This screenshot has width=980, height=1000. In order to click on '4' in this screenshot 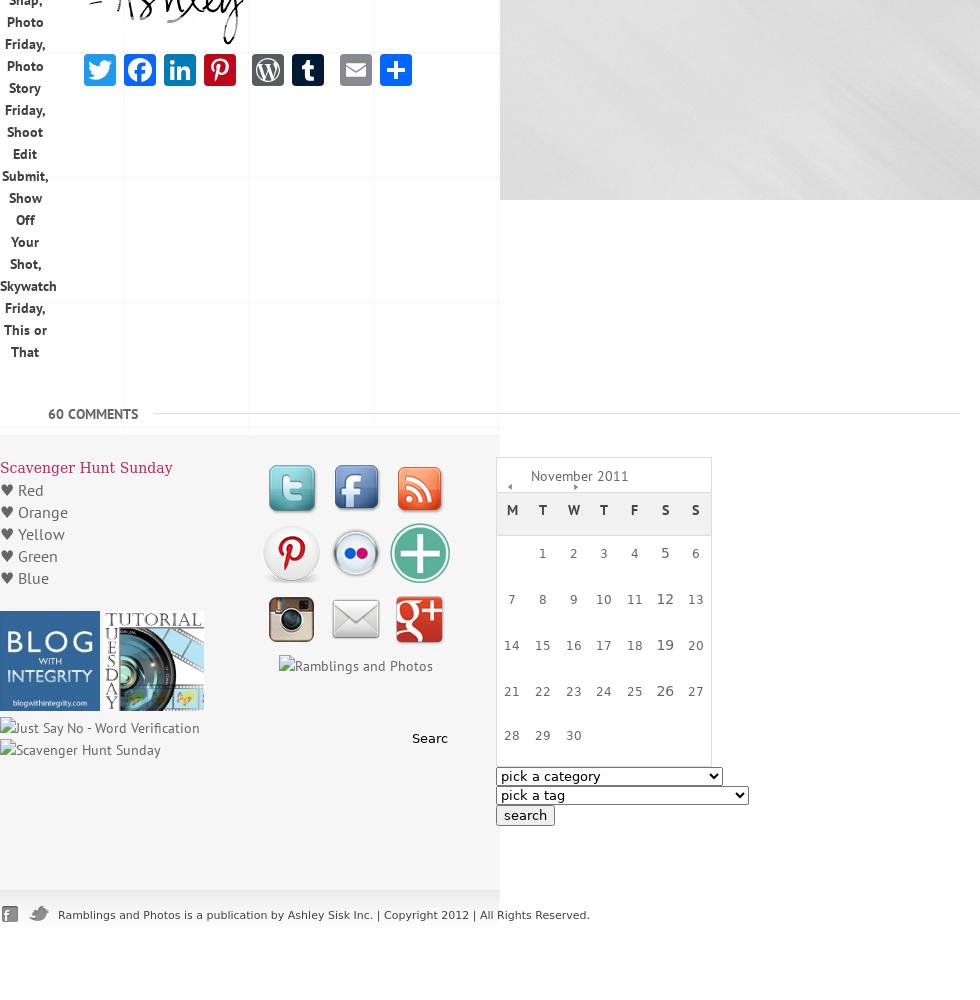, I will do `click(631, 554)`.